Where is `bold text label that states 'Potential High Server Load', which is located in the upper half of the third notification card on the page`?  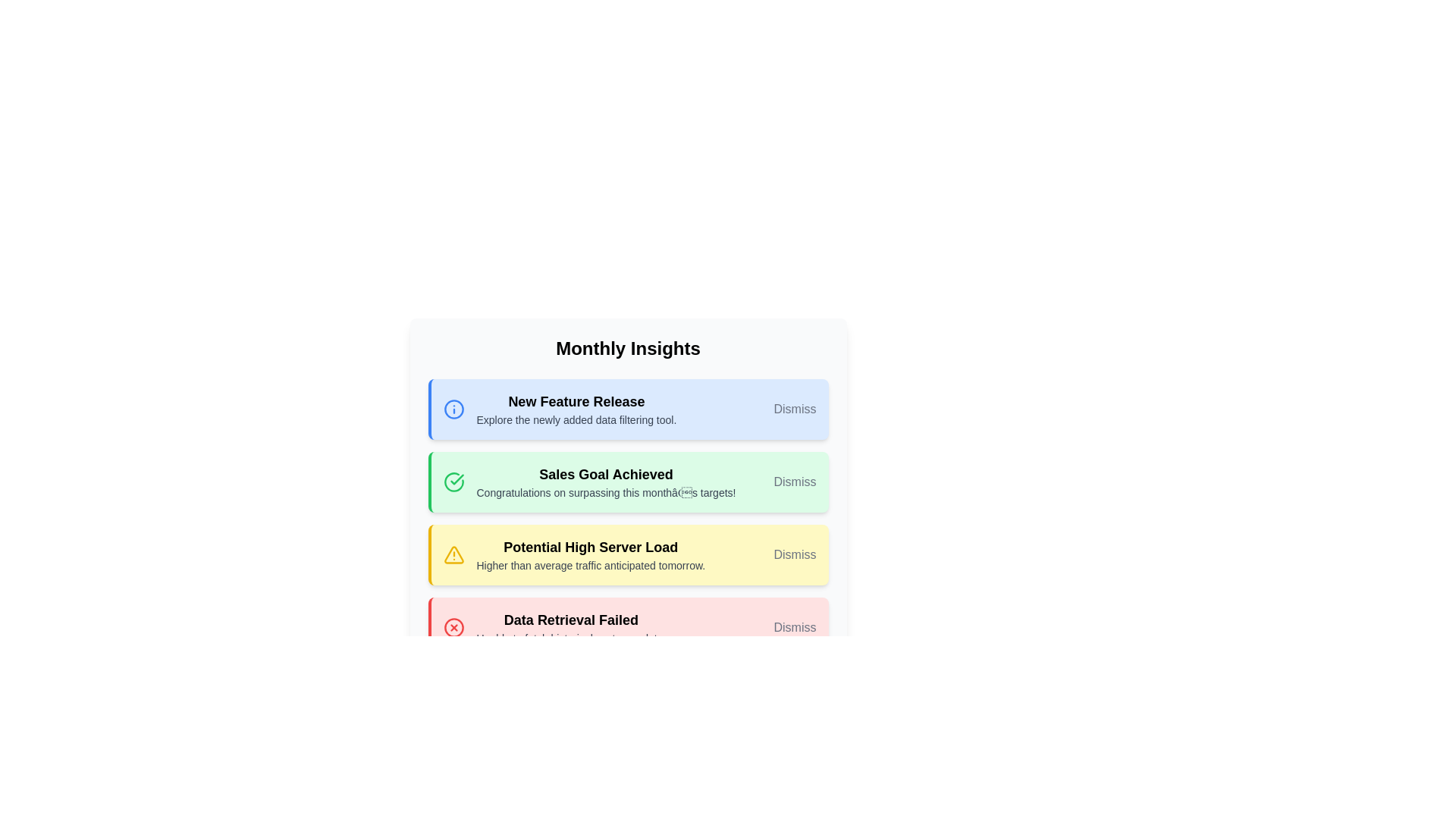
bold text label that states 'Potential High Server Load', which is located in the upper half of the third notification card on the page is located at coordinates (590, 547).